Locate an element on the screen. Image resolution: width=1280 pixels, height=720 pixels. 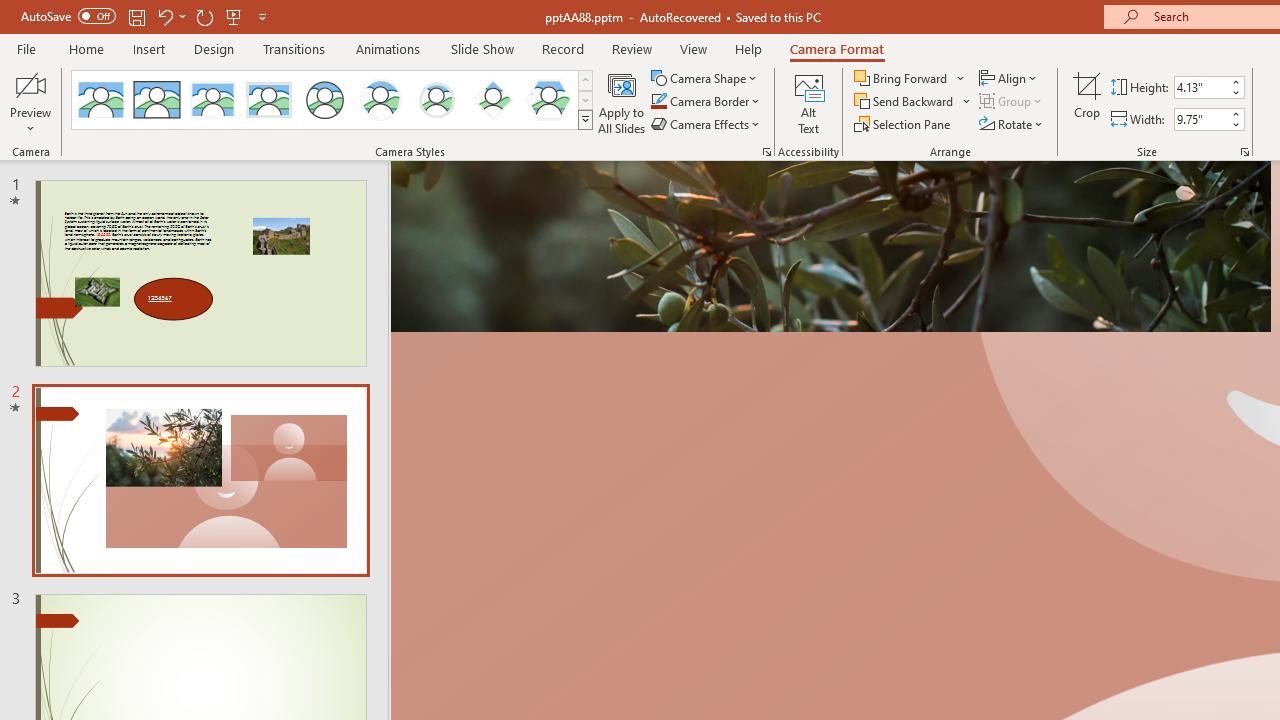
'Soft Edge Rectangle' is located at coordinates (267, 100).